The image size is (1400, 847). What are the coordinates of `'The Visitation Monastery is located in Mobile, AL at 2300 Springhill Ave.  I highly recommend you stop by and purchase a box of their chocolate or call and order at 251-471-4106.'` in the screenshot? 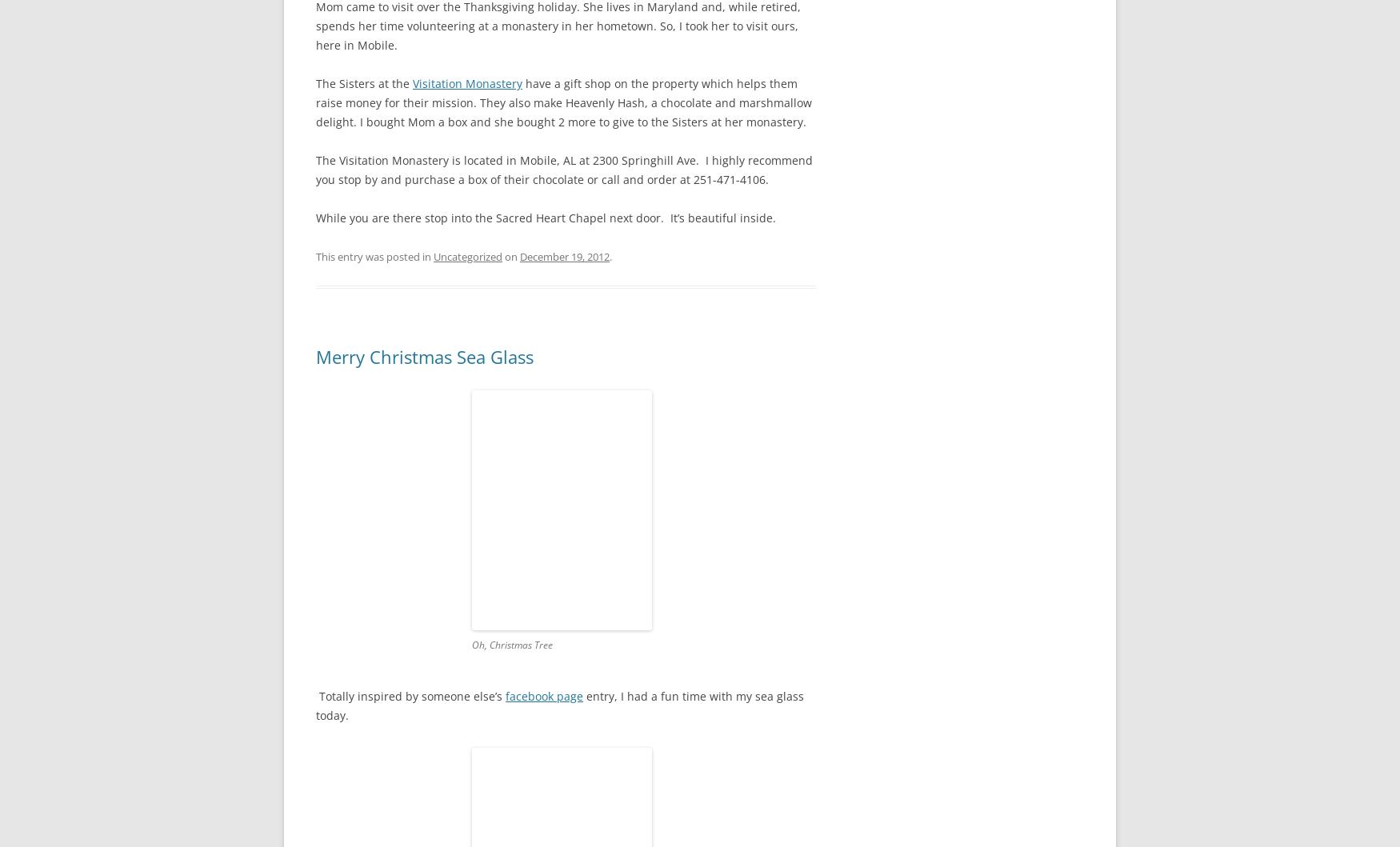 It's located at (564, 170).